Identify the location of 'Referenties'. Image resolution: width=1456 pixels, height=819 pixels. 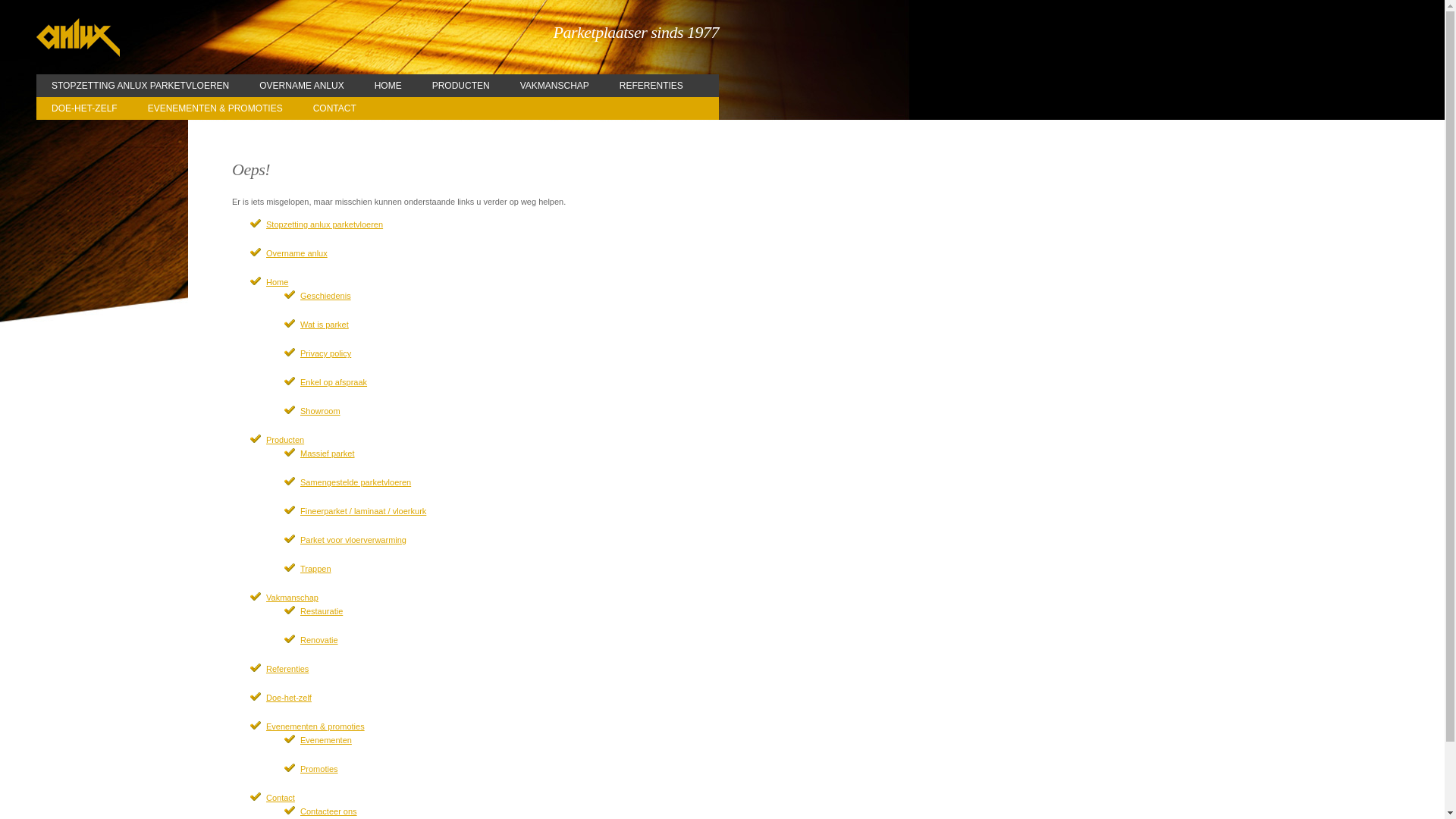
(287, 668).